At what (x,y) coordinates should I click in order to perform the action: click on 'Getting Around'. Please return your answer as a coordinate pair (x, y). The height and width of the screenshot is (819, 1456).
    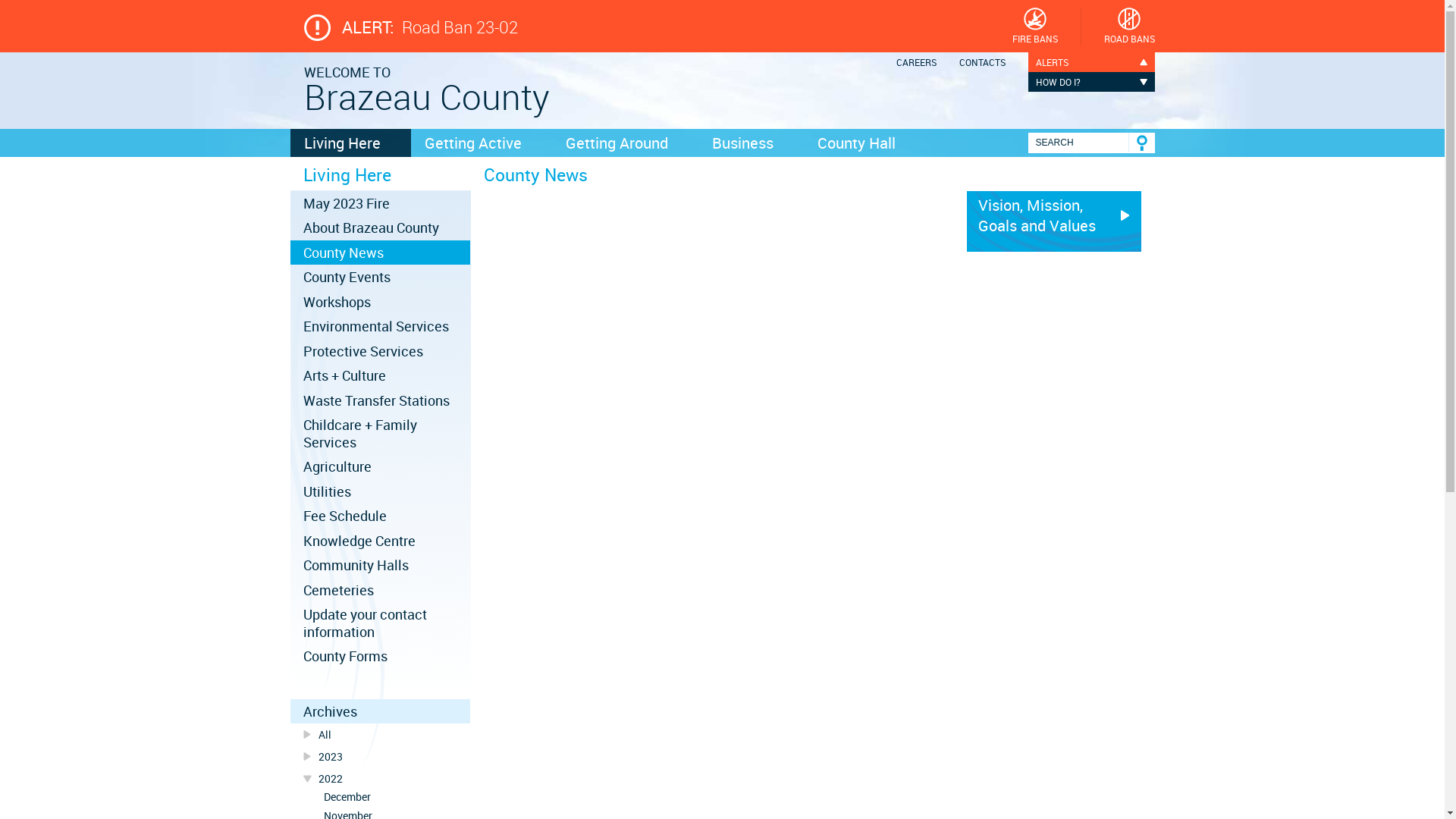
    Looking at the image, I should click on (625, 143).